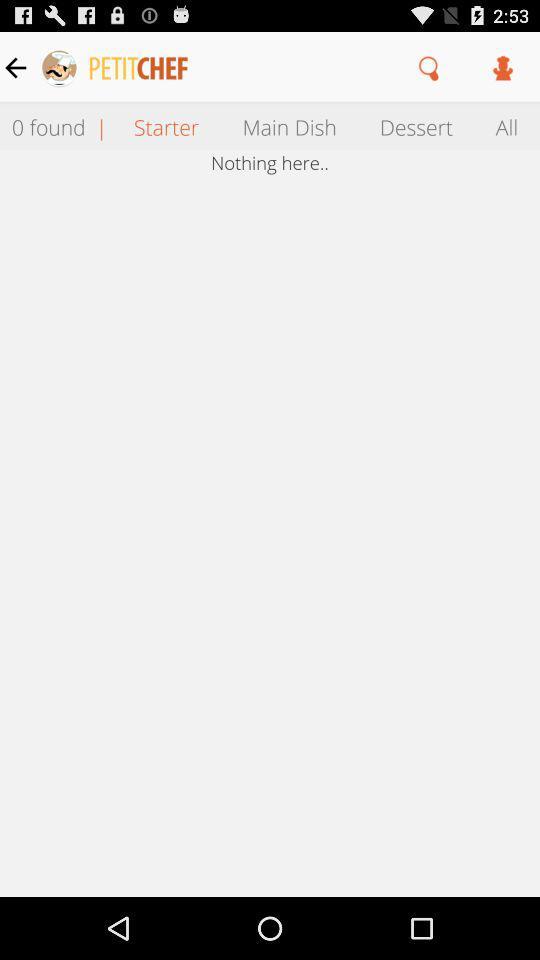  I want to click on the item to the right of | icon, so click(165, 125).